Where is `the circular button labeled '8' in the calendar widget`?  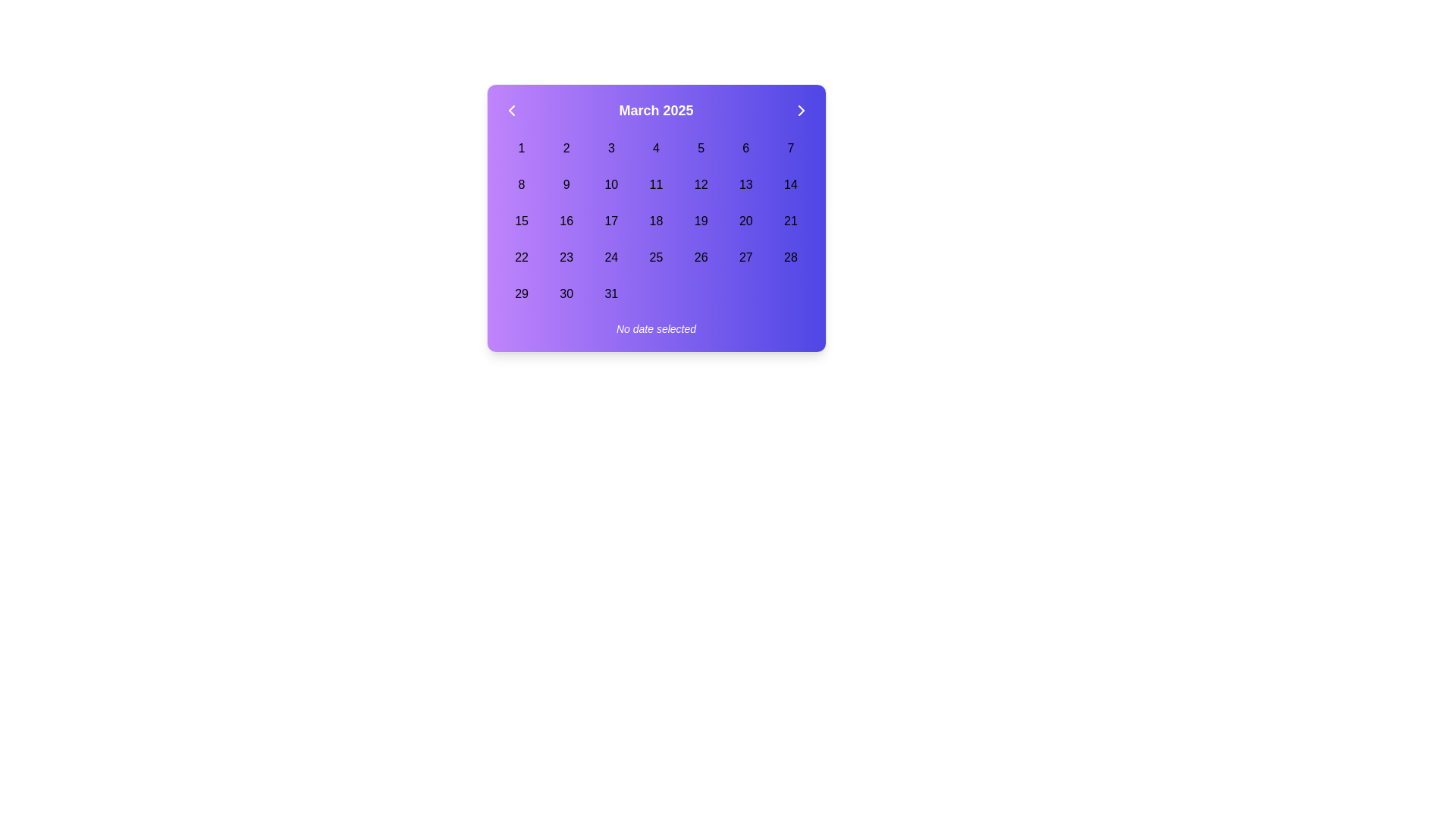
the circular button labeled '8' in the calendar widget is located at coordinates (521, 184).